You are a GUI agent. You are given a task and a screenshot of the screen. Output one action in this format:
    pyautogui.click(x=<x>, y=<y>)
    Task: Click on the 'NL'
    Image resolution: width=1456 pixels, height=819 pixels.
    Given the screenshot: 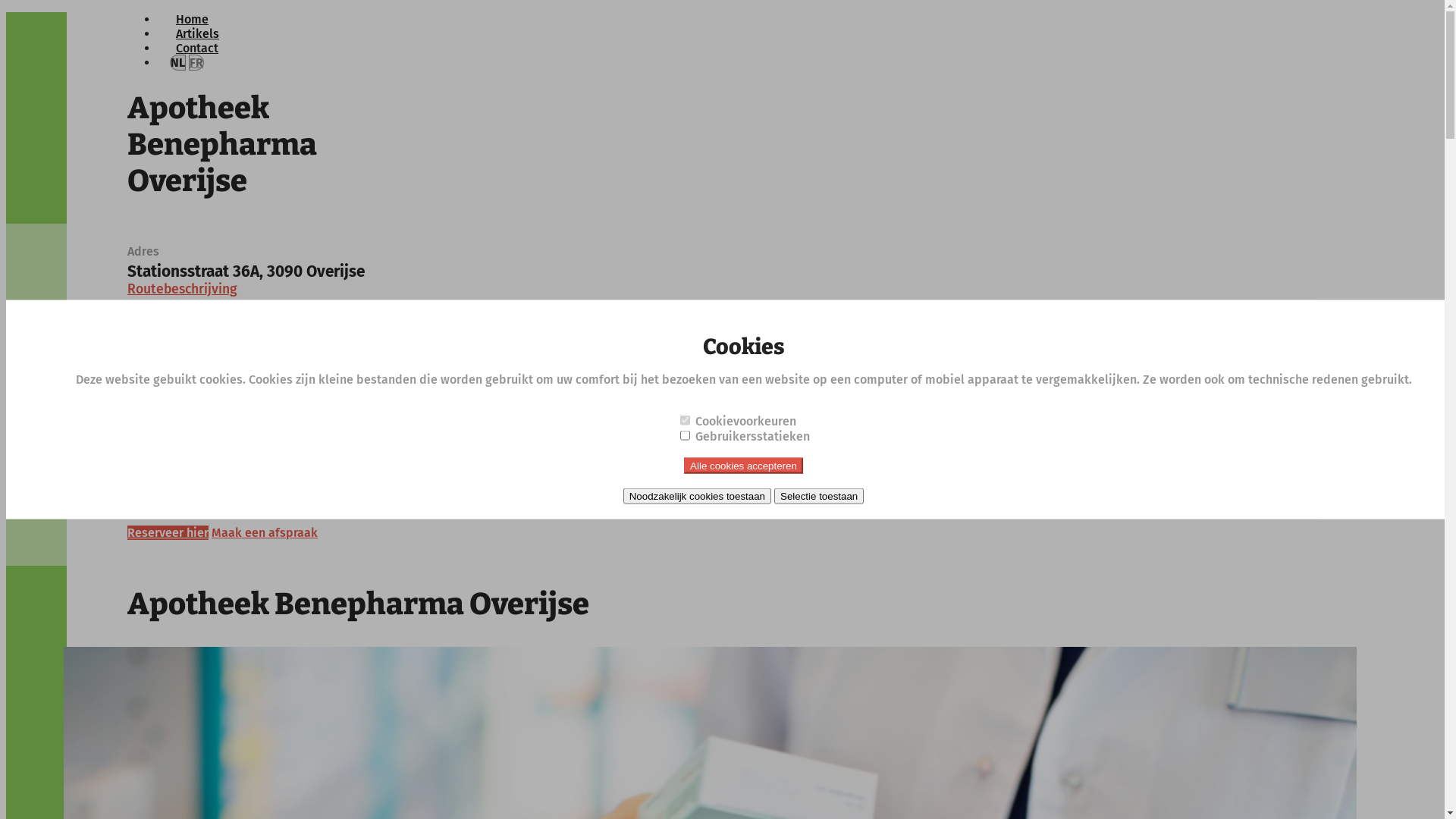 What is the action you would take?
    pyautogui.click(x=177, y=61)
    